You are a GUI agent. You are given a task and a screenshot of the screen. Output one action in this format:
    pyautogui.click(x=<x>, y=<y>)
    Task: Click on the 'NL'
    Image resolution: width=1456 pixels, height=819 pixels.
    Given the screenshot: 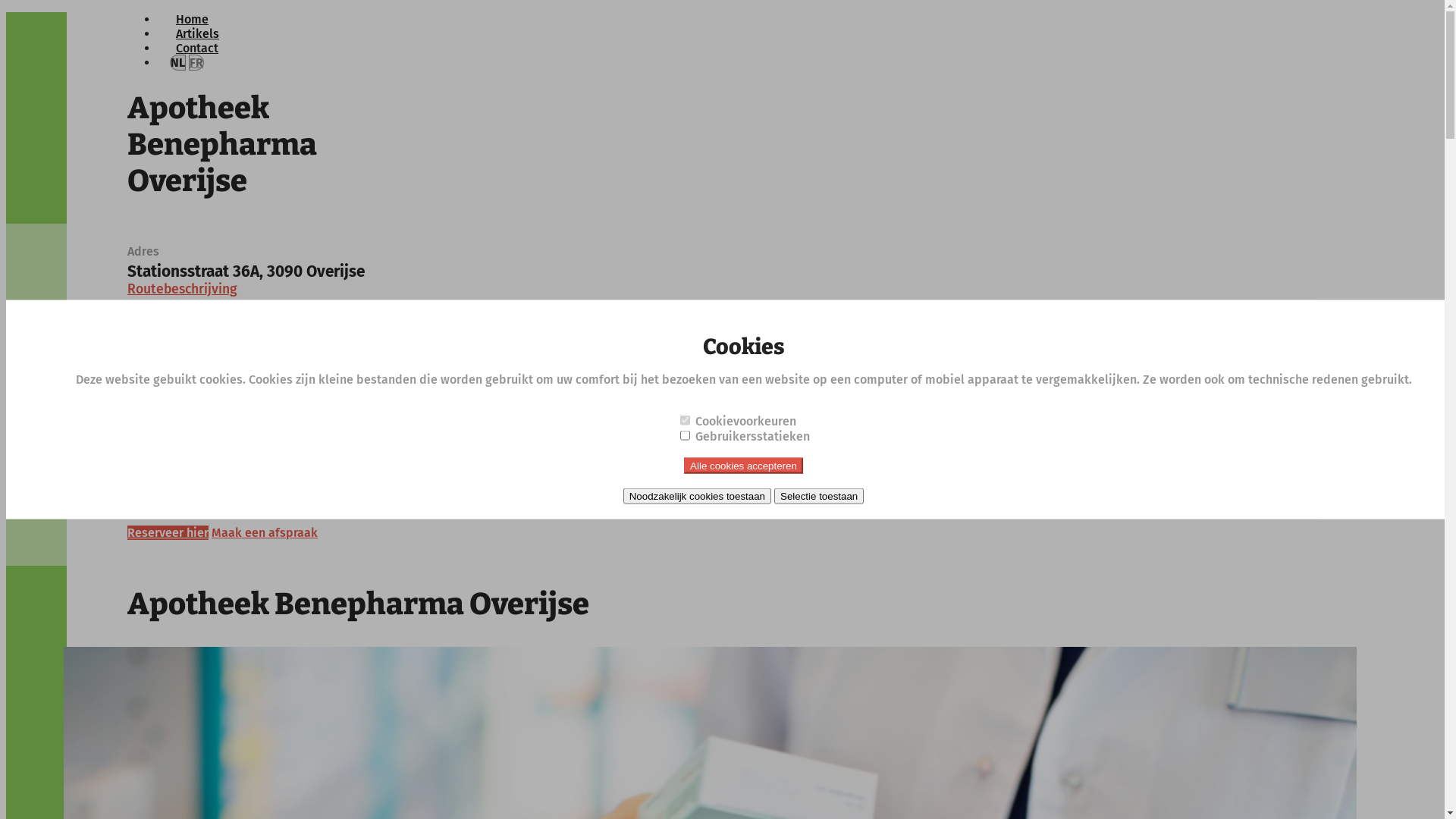 What is the action you would take?
    pyautogui.click(x=177, y=61)
    